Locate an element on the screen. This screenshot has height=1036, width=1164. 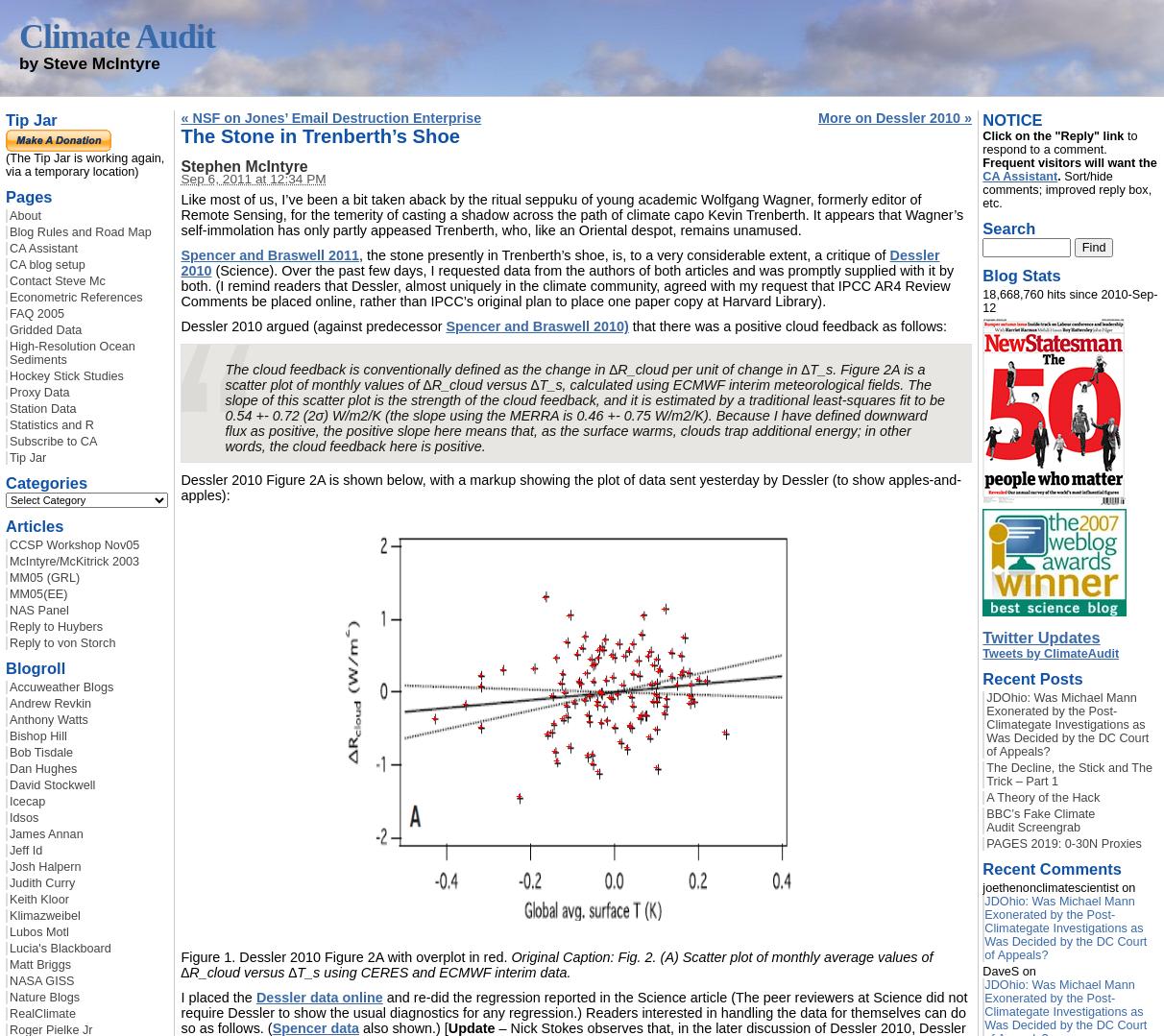
'Original Caption: Fig. 2. (A) Scatter plot of monthly average values of ∆R_cloud versus ∆T_s using CERES and ECMWF interim data.' is located at coordinates (556, 964).